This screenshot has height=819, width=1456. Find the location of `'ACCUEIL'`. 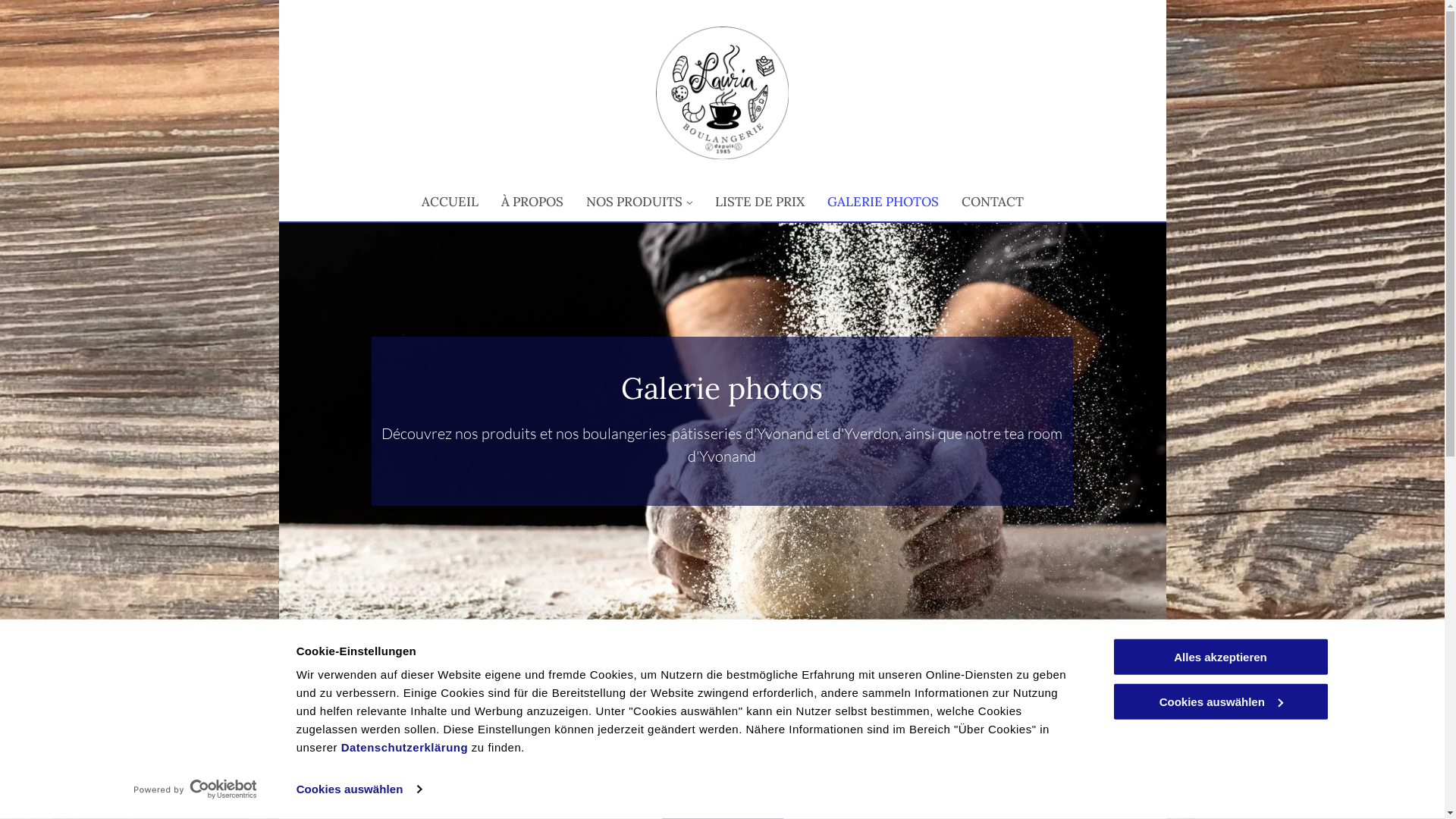

'ACCUEIL' is located at coordinates (448, 201).